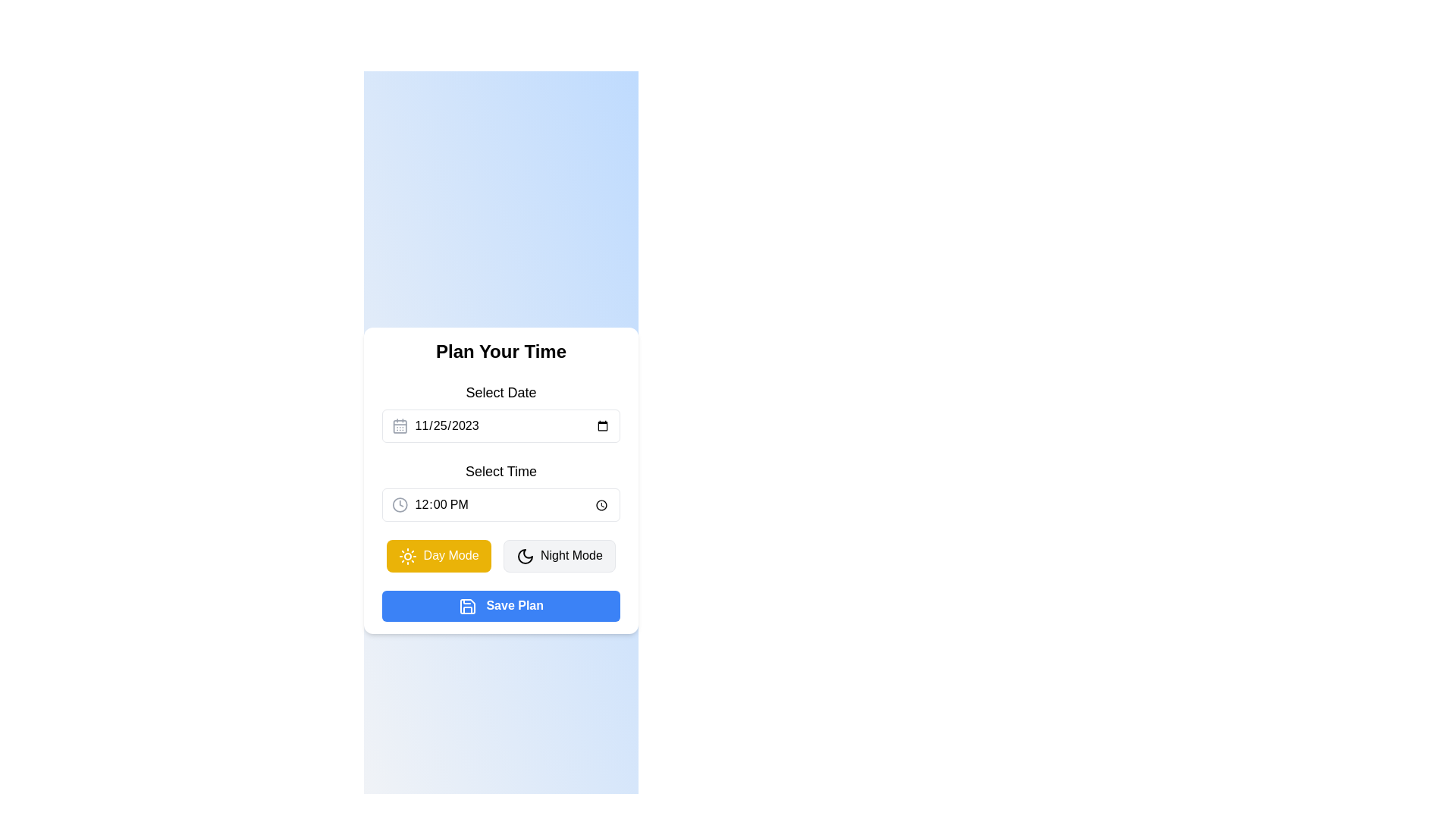 Image resolution: width=1456 pixels, height=819 pixels. I want to click on the circular clock icon with a gray outline and clock hands pointing to 12 and 2, located adjacent to the text input labeled '12:00 PM', so click(400, 505).